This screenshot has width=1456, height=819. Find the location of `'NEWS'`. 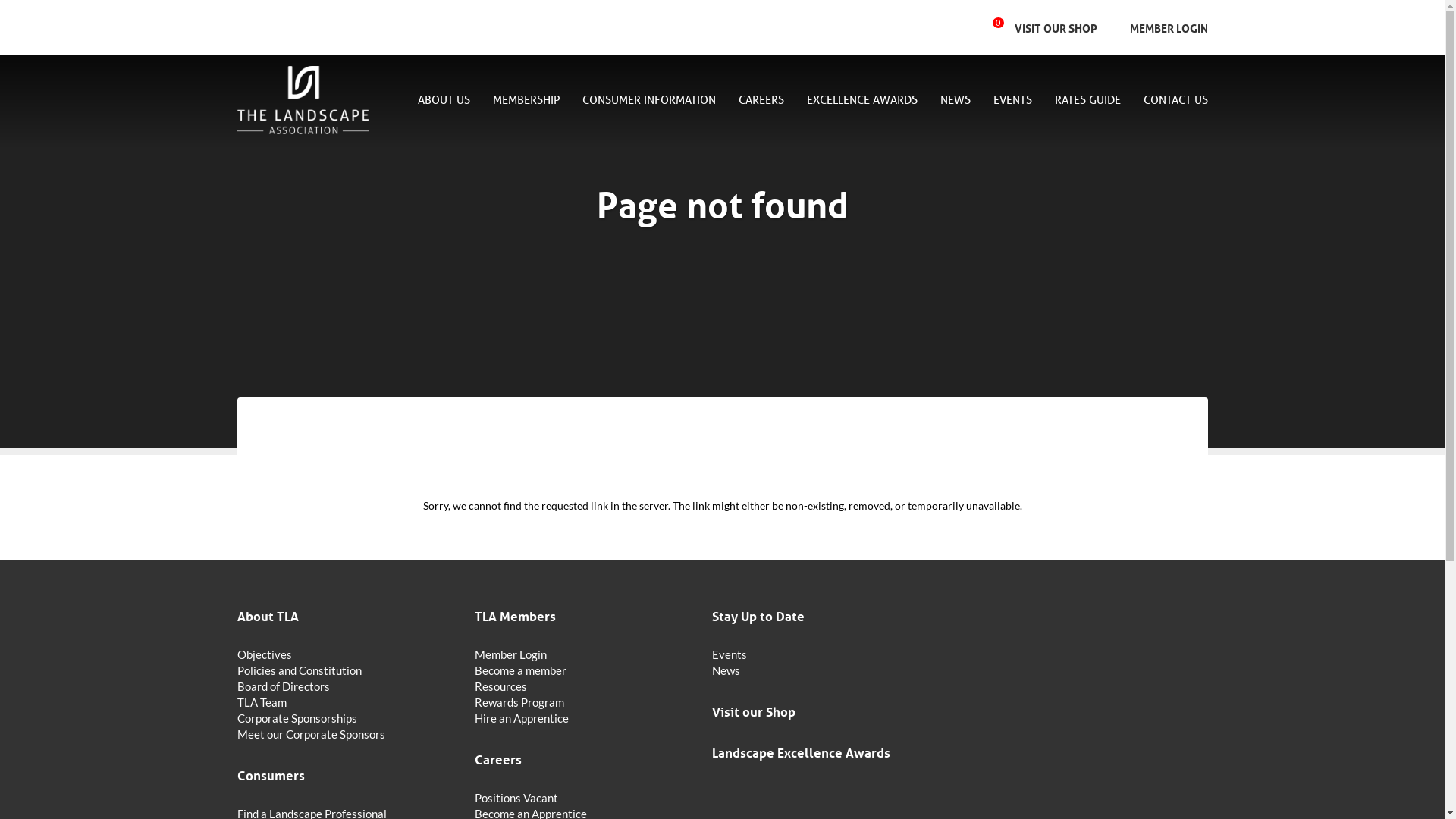

'NEWS' is located at coordinates (954, 101).